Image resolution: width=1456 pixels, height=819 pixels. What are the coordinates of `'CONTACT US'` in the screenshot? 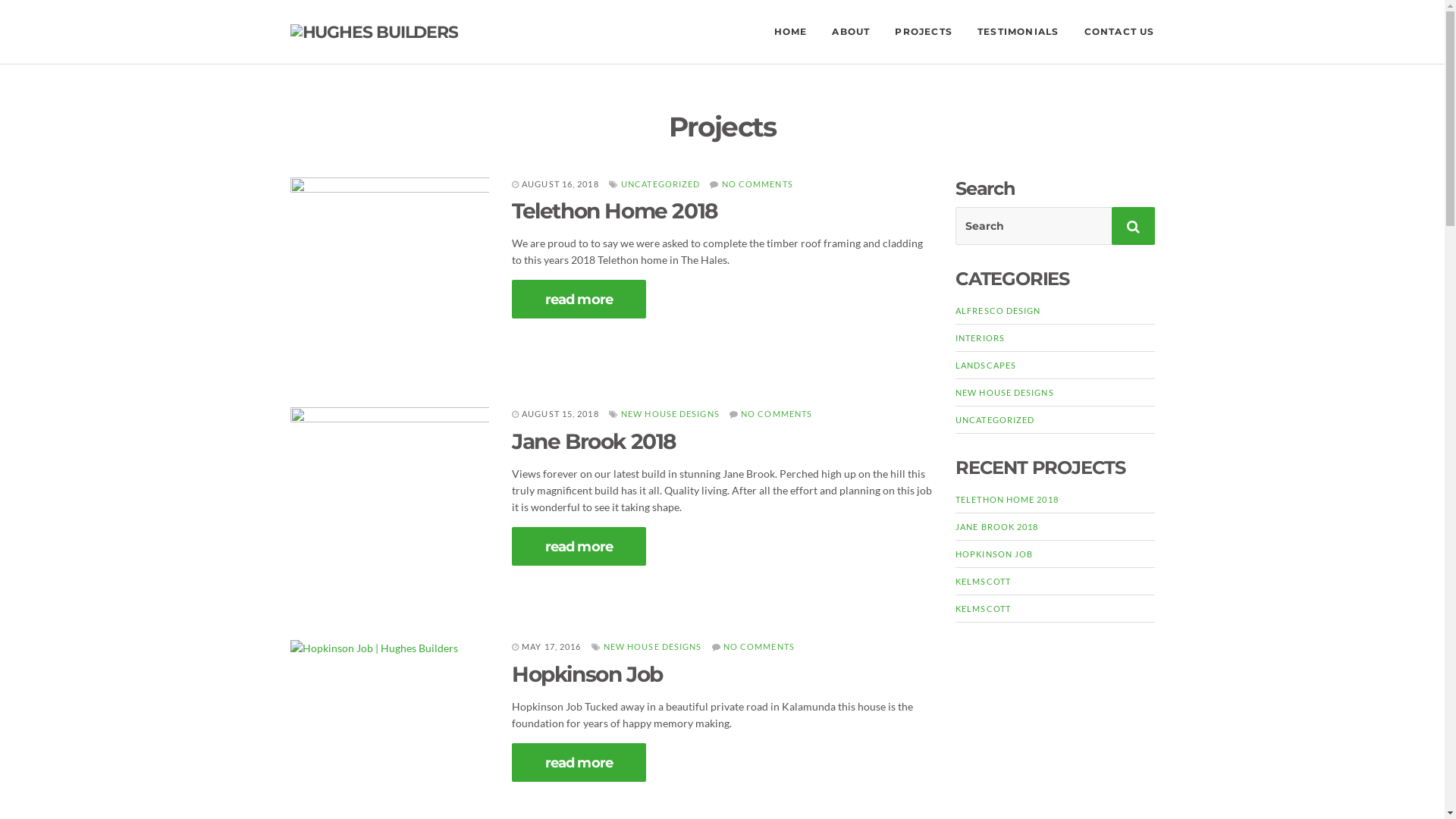 It's located at (1119, 33).